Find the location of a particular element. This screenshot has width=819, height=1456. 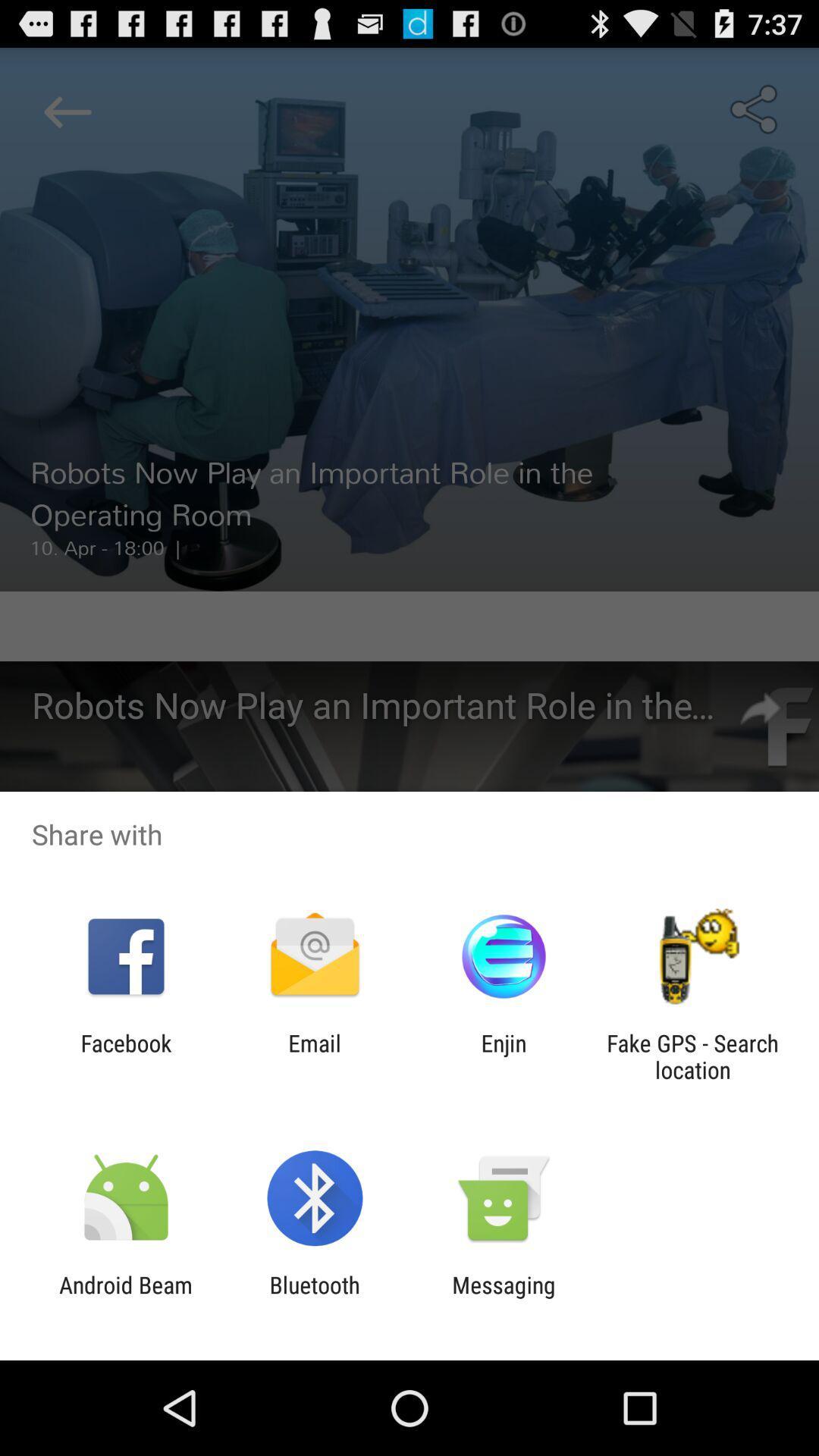

the item next to the enjin is located at coordinates (692, 1056).